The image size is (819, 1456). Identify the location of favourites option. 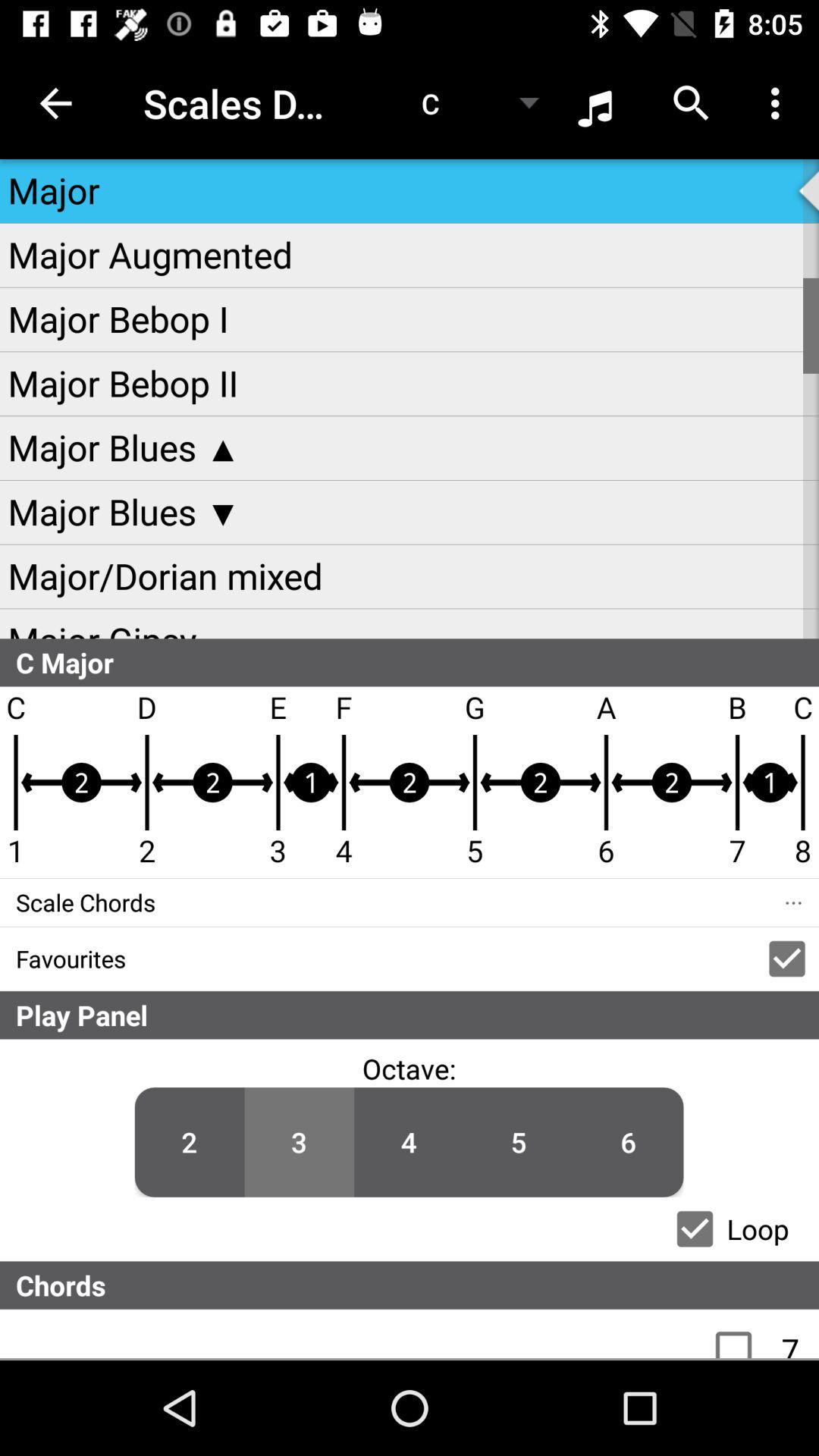
(786, 958).